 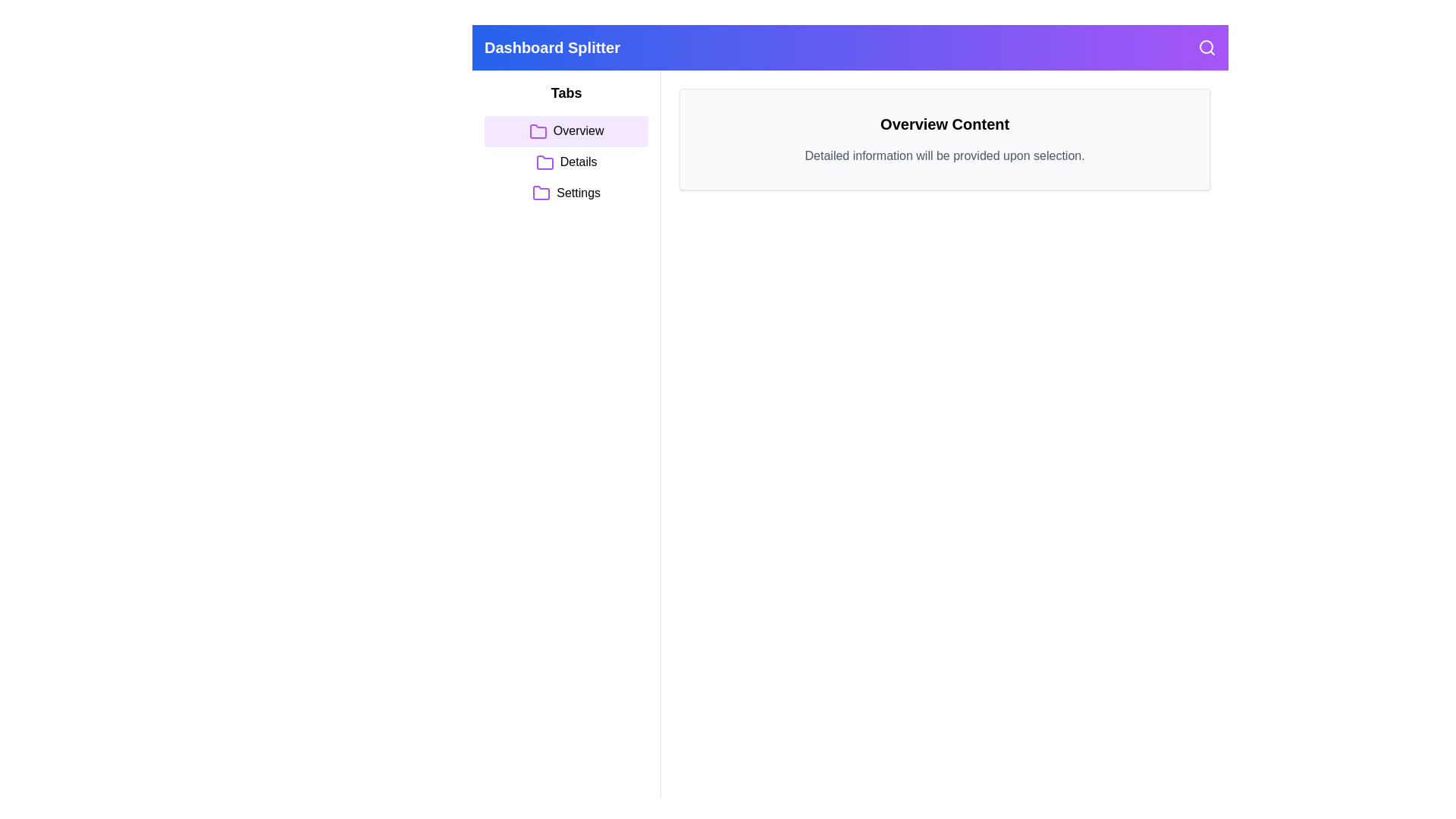 I want to click on the static text label that describes the sections in the sidebar, located above the 'Overview' section, so click(x=566, y=93).